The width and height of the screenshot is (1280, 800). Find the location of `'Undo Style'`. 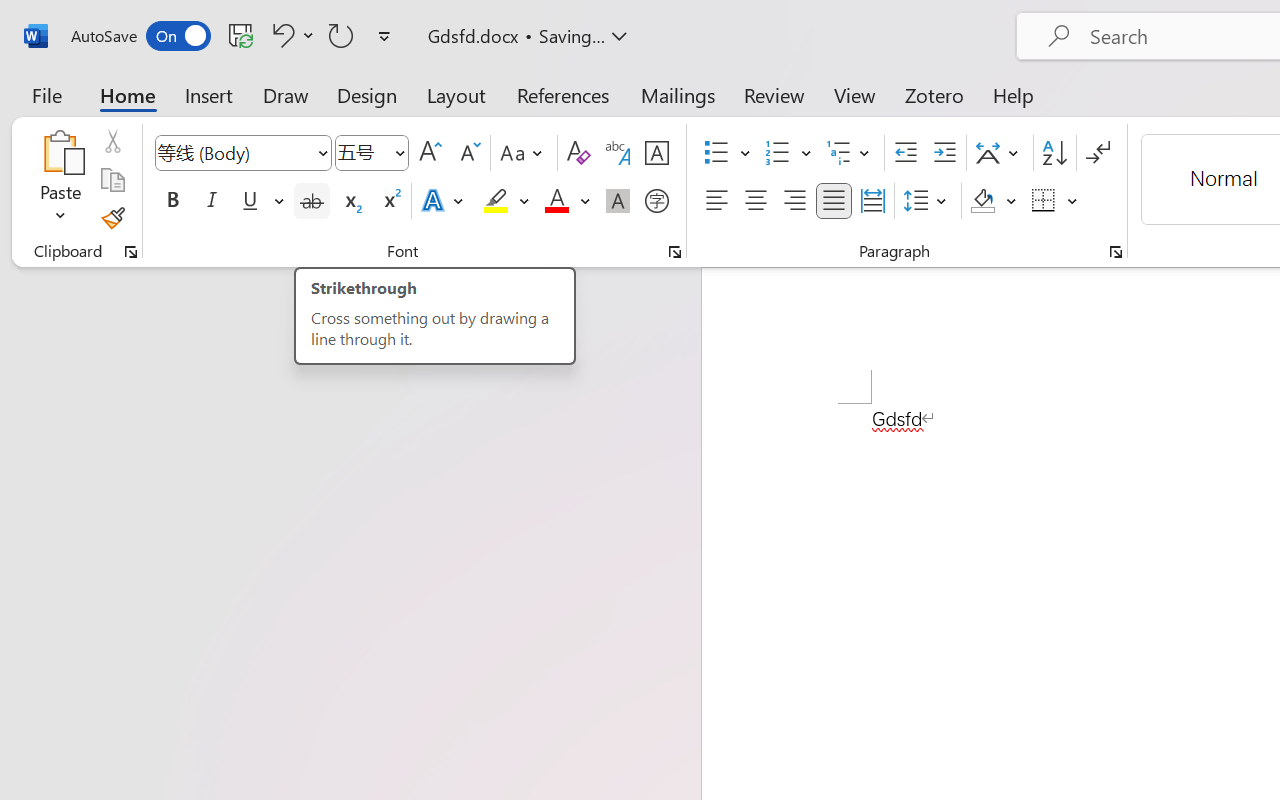

'Undo Style' is located at coordinates (289, 34).